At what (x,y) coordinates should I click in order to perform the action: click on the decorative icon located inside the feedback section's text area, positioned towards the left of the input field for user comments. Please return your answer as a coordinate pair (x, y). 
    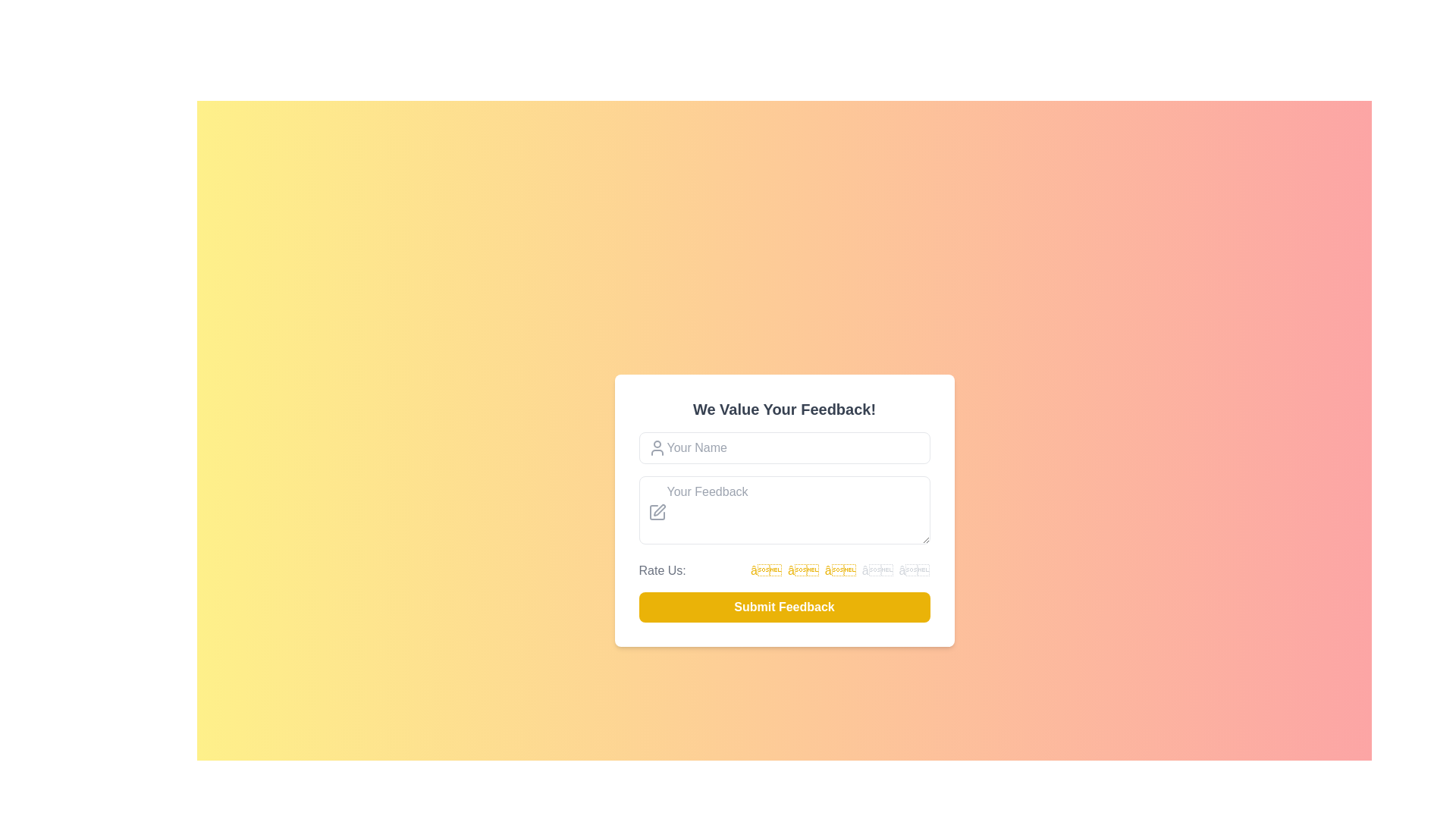
    Looking at the image, I should click on (657, 512).